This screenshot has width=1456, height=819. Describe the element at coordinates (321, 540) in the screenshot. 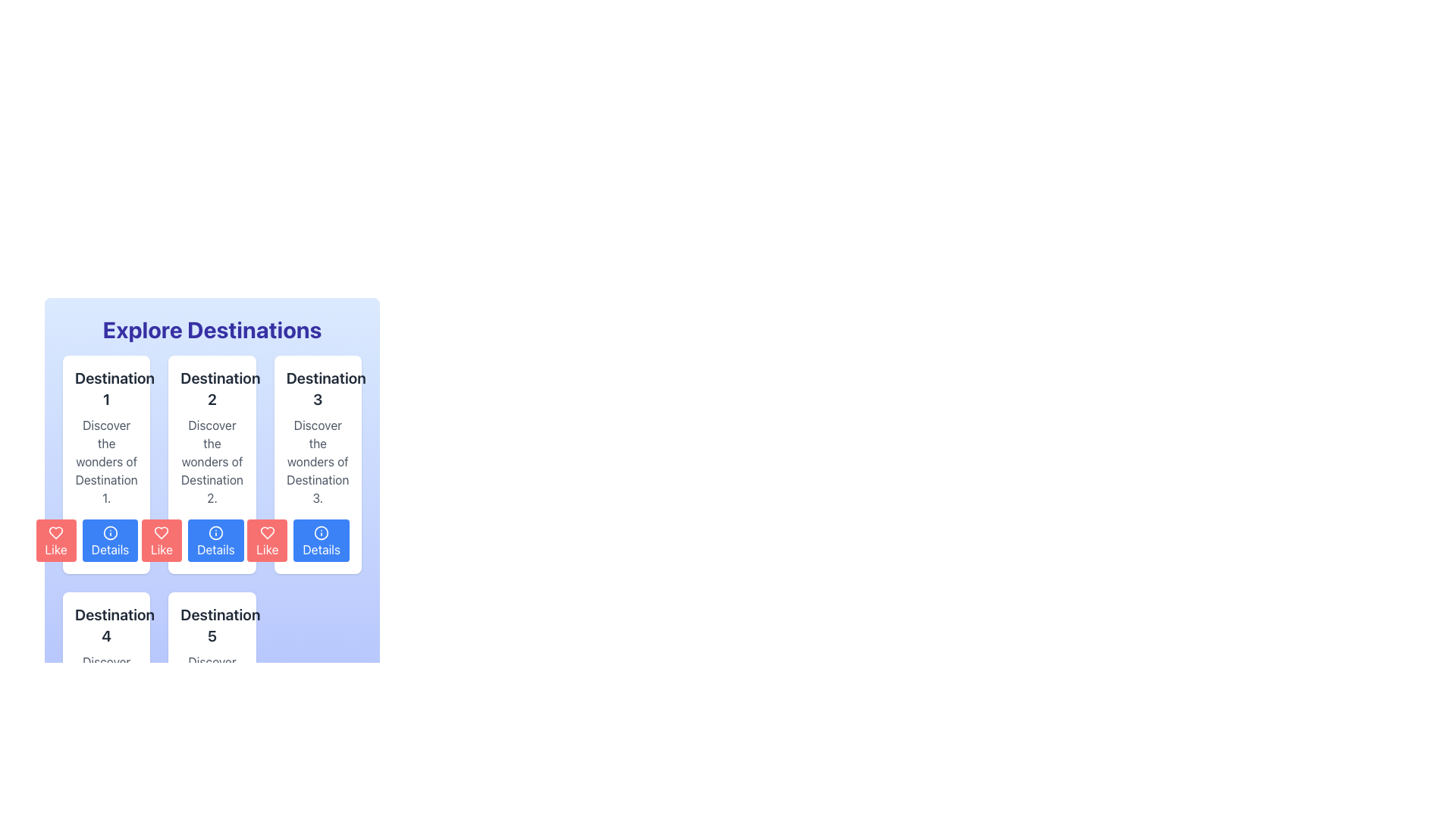

I see `the button that displays additional details about the associated destination, located to the right of the 'Like' button and below the text for Destination 3` at that location.